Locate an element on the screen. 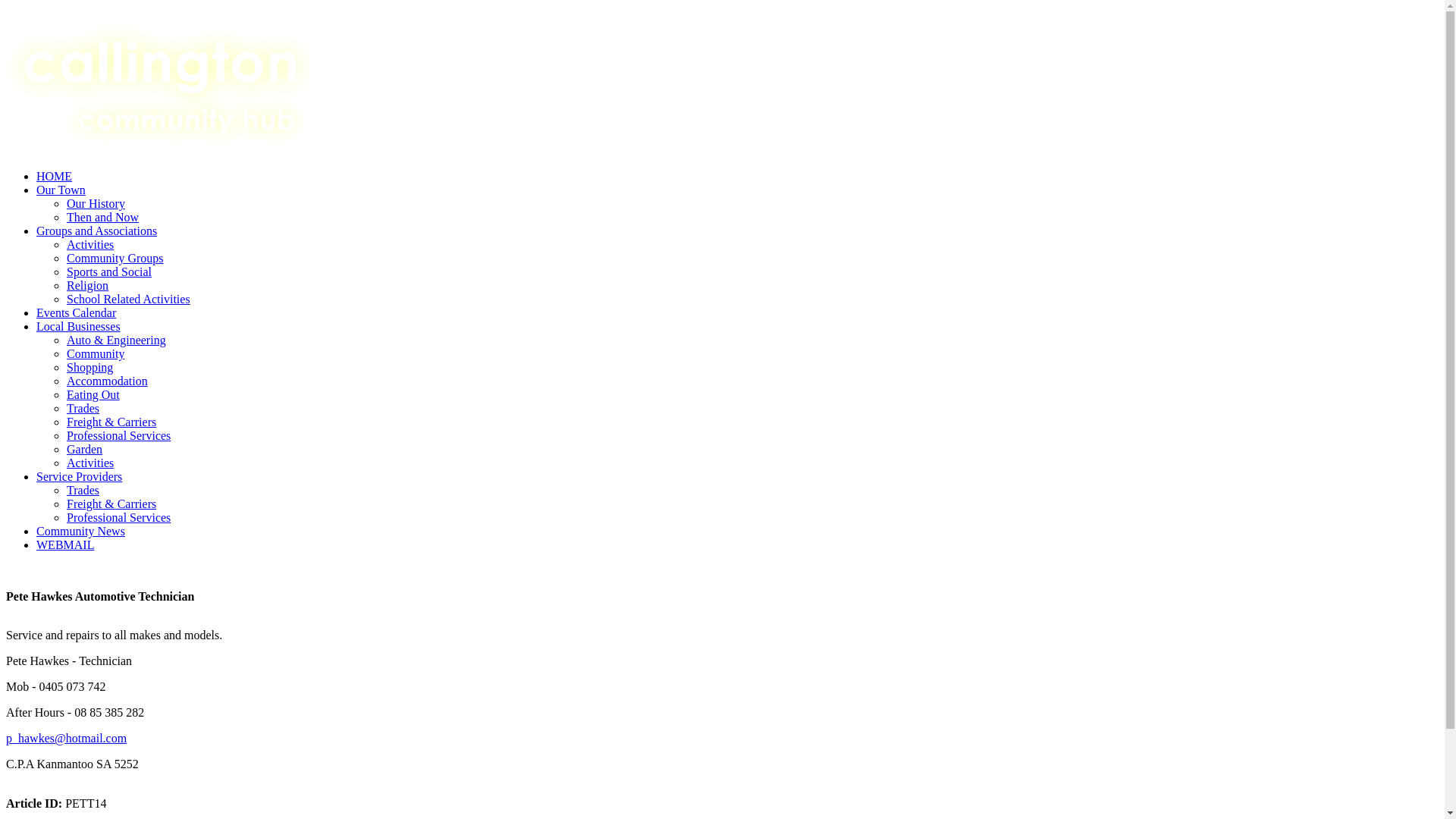 This screenshot has width=1456, height=819. 'WEBMAIL' is located at coordinates (64, 544).